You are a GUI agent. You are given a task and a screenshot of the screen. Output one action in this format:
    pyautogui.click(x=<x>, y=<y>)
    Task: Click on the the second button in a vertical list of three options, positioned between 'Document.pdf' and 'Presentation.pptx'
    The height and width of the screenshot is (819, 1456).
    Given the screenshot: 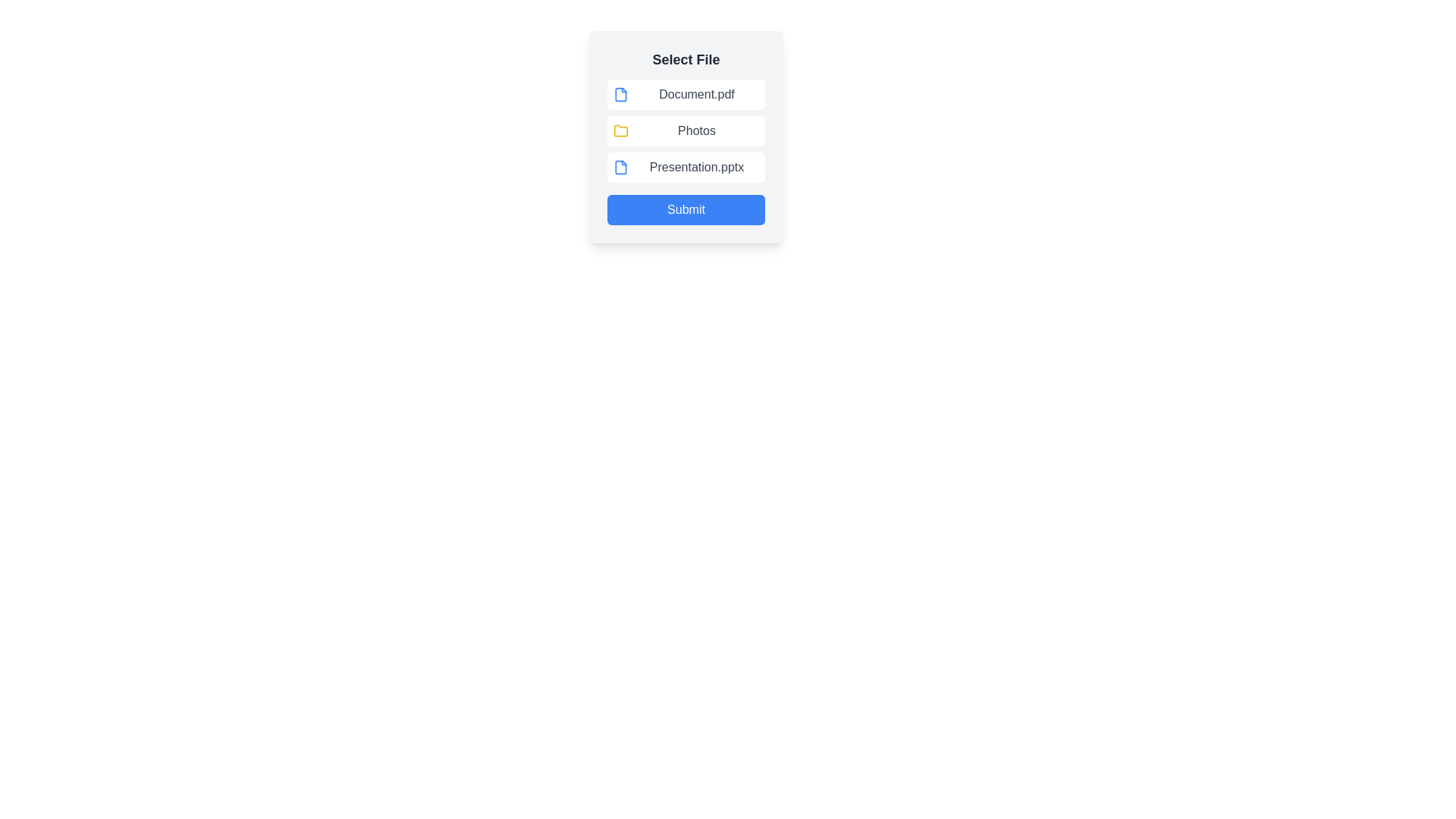 What is the action you would take?
    pyautogui.click(x=686, y=130)
    